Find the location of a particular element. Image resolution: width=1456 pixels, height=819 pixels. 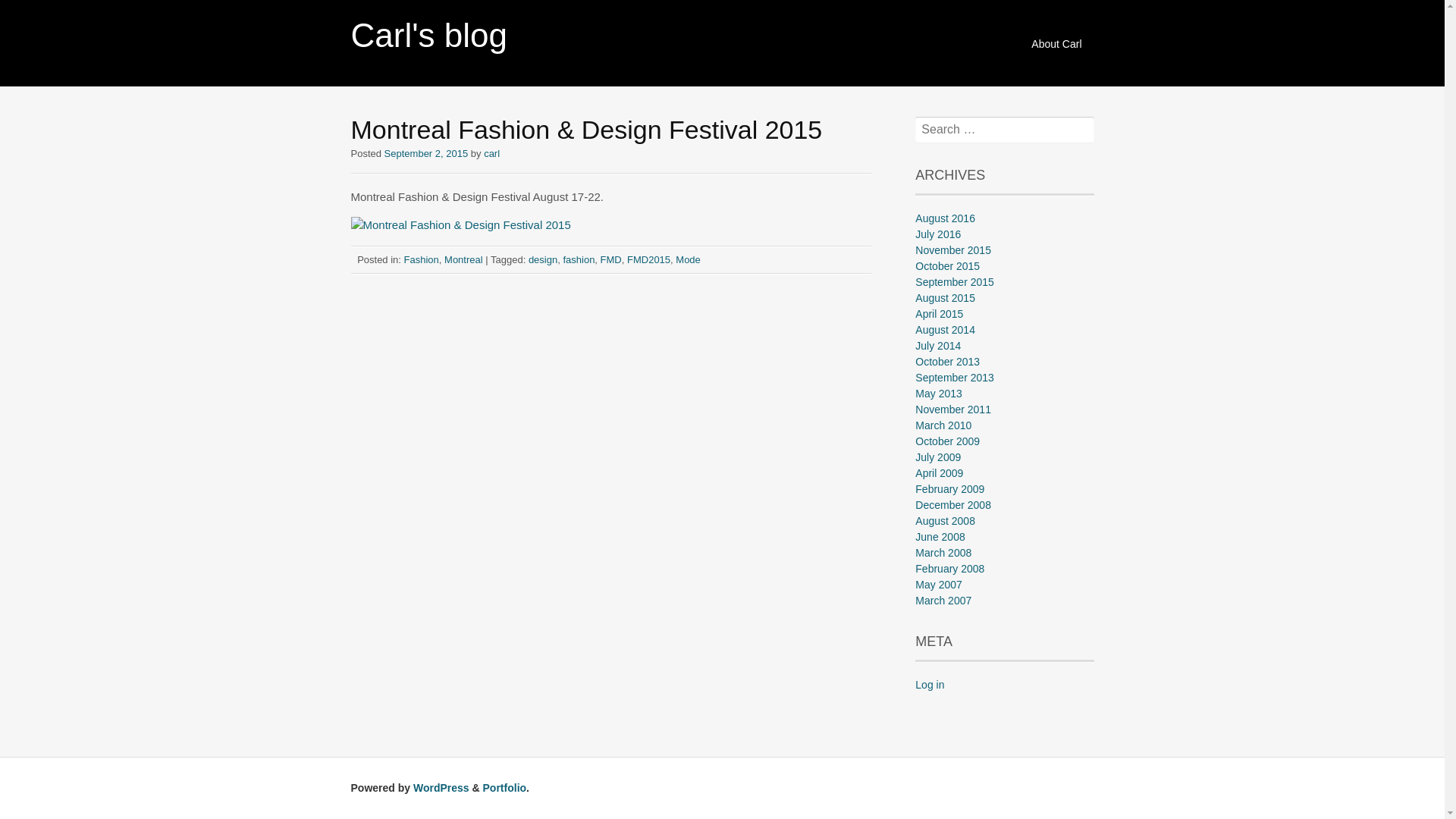

'July 2016' is located at coordinates (937, 234).